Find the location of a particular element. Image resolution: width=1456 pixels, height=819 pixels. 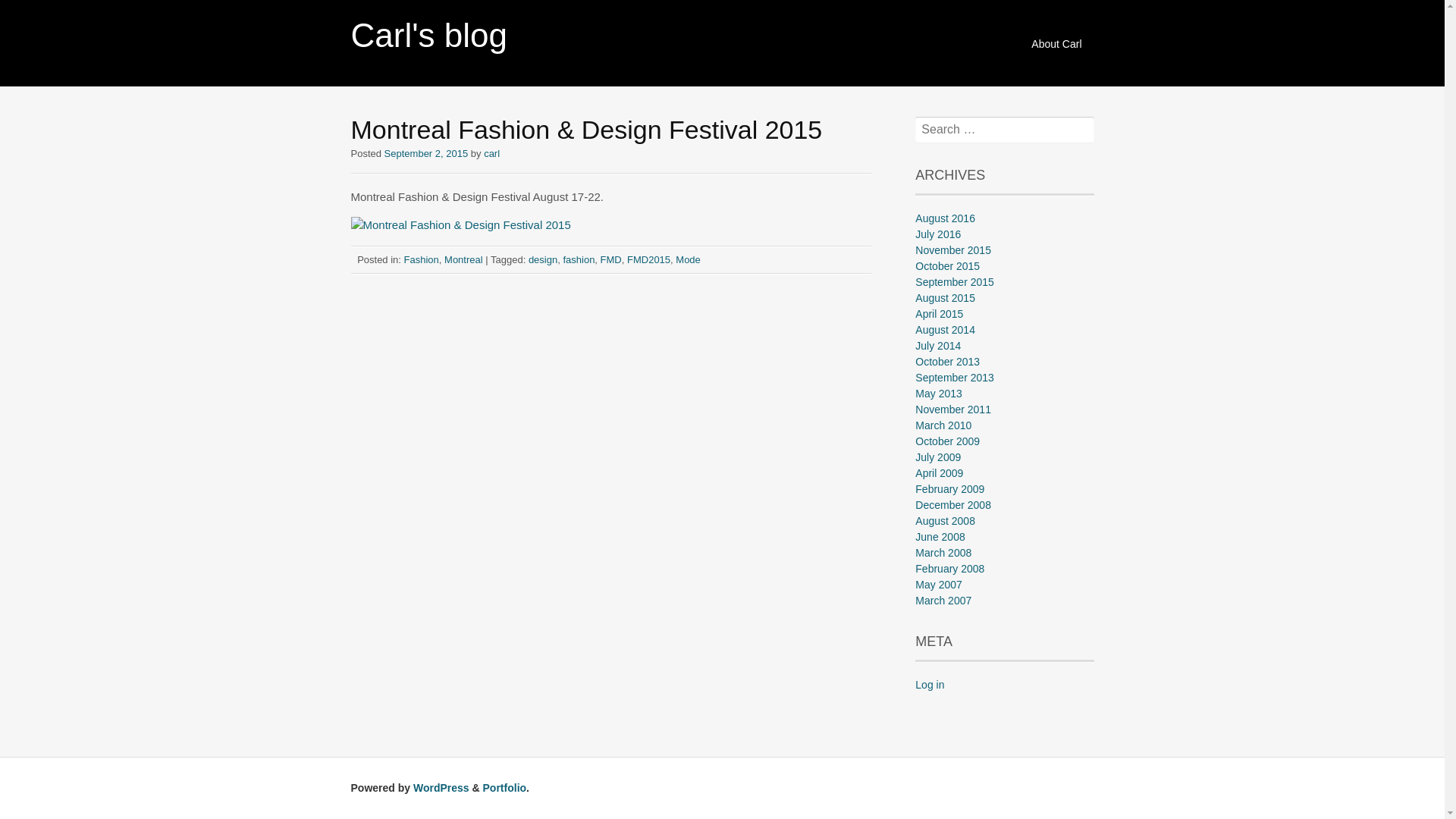

'July 2016' is located at coordinates (937, 234).